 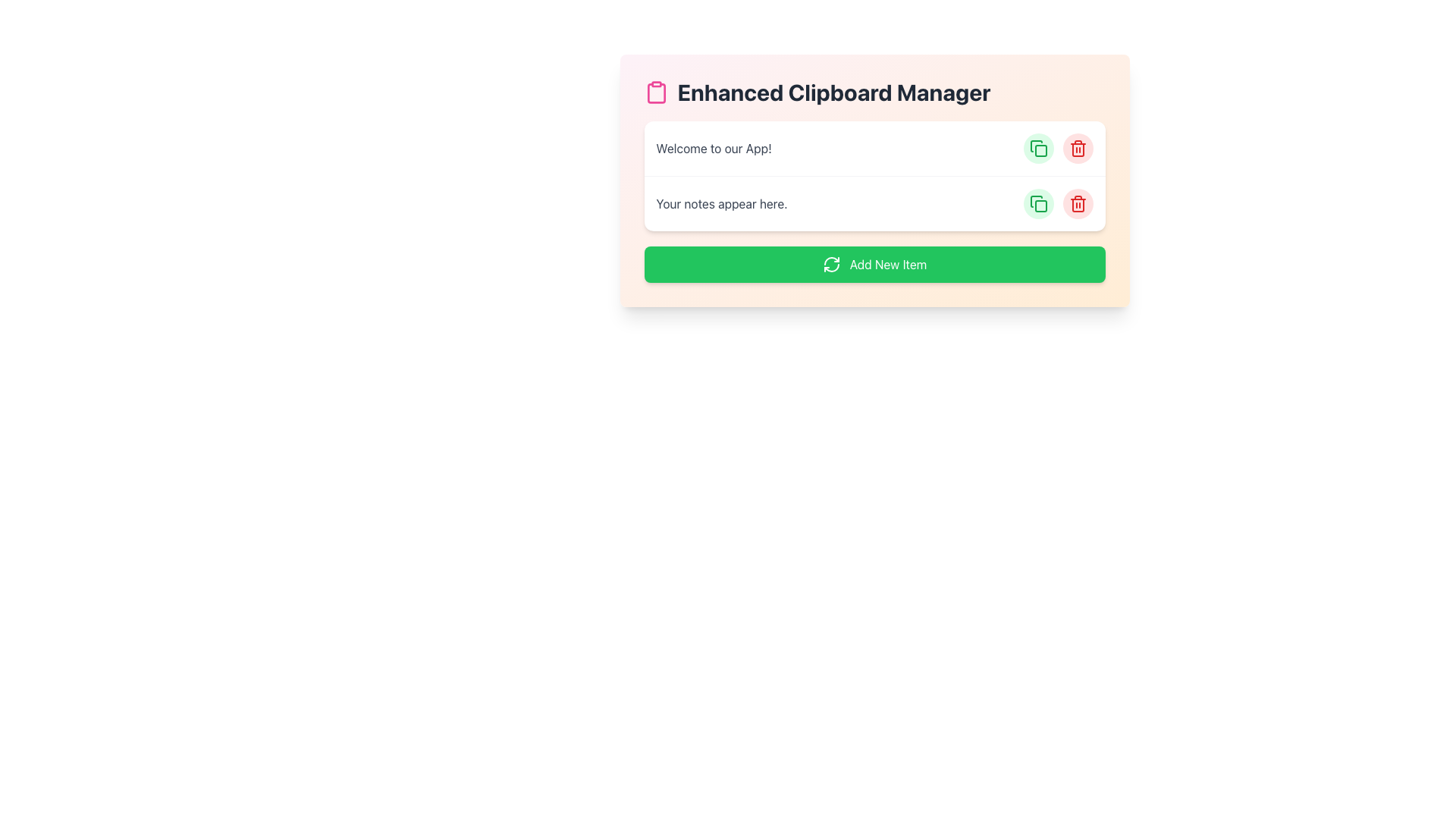 I want to click on the large green rectangular button labeled 'Add New Item' located at the bottom of the 'Enhanced Clipboard Manager' card, so click(x=874, y=263).